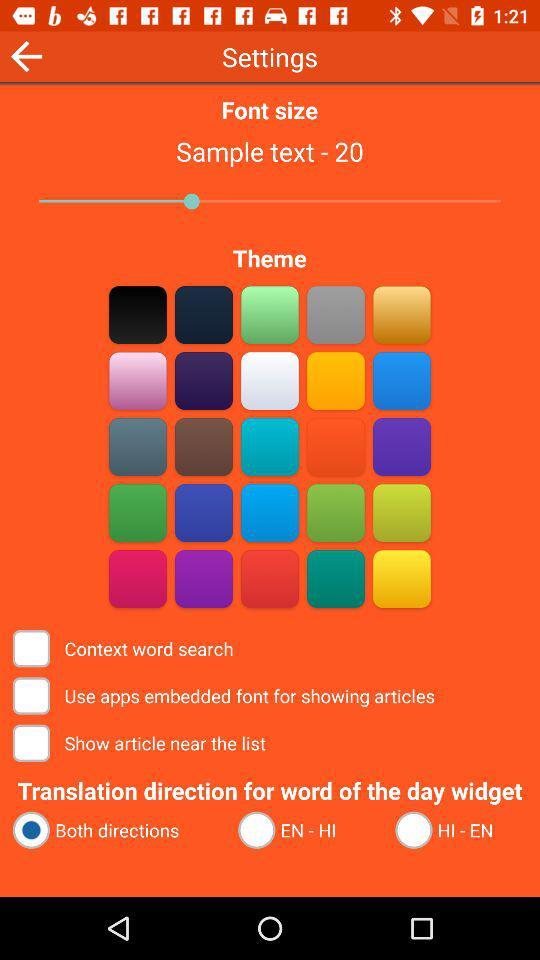  Describe the element at coordinates (137, 446) in the screenshot. I see `wallpaper theme` at that location.